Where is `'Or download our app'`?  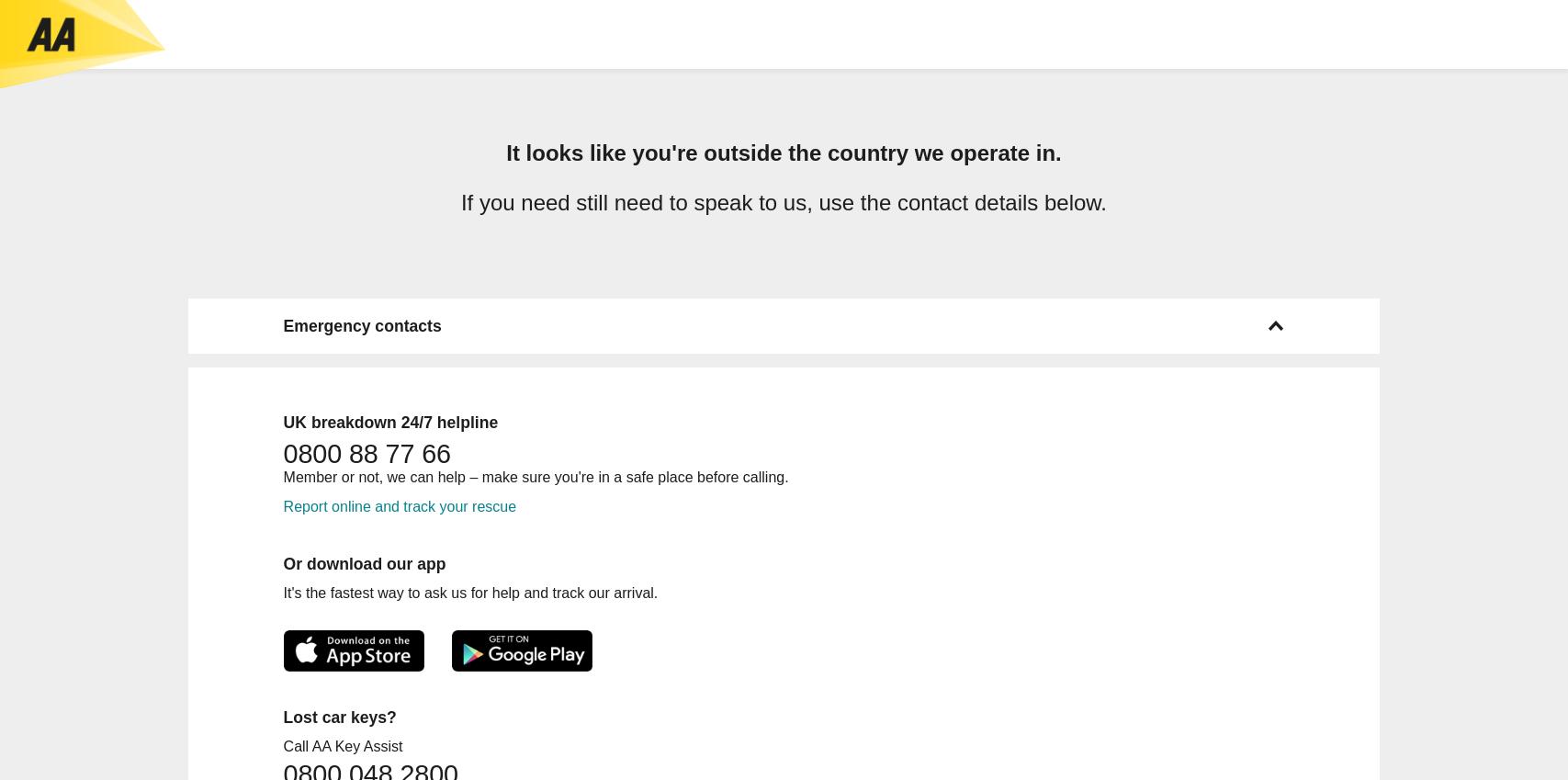
'Or download our app' is located at coordinates (364, 561).